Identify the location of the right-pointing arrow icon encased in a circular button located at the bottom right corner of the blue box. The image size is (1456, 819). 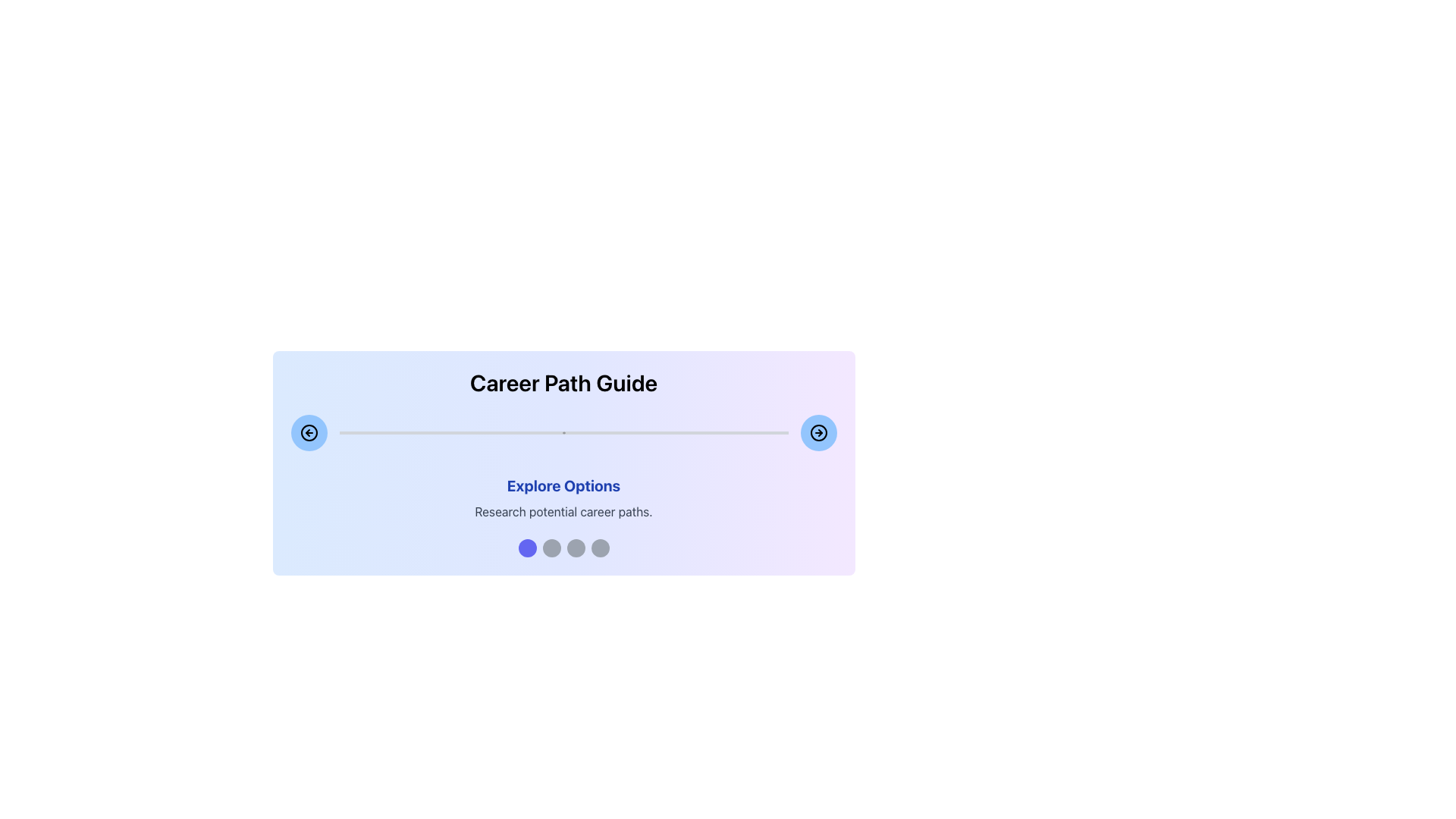
(817, 432).